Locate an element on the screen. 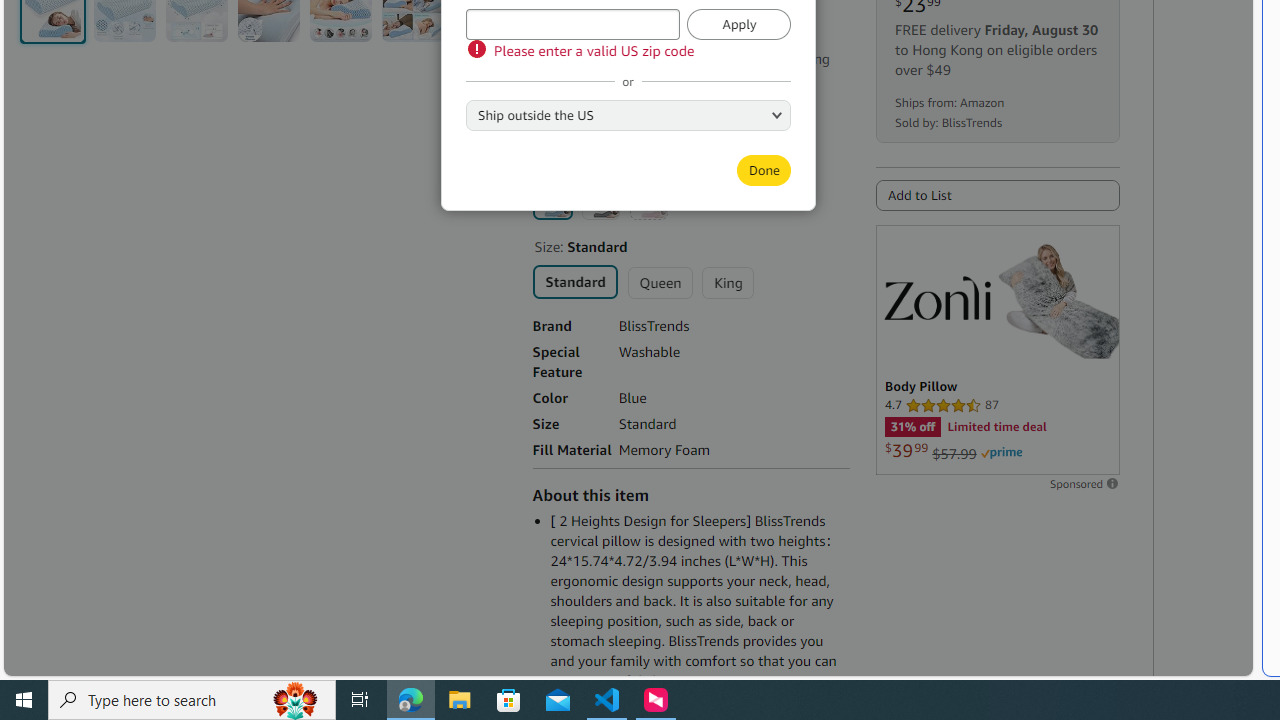 Image resolution: width=1280 pixels, height=720 pixels. 'Prime' is located at coordinates (1001, 453).